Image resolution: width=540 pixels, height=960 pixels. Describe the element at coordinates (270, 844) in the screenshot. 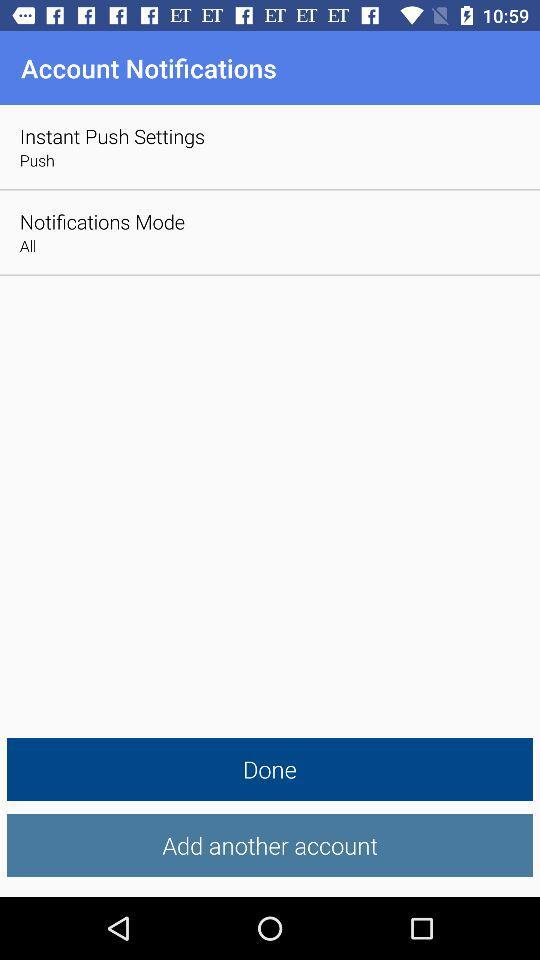

I see `the add another account icon` at that location.